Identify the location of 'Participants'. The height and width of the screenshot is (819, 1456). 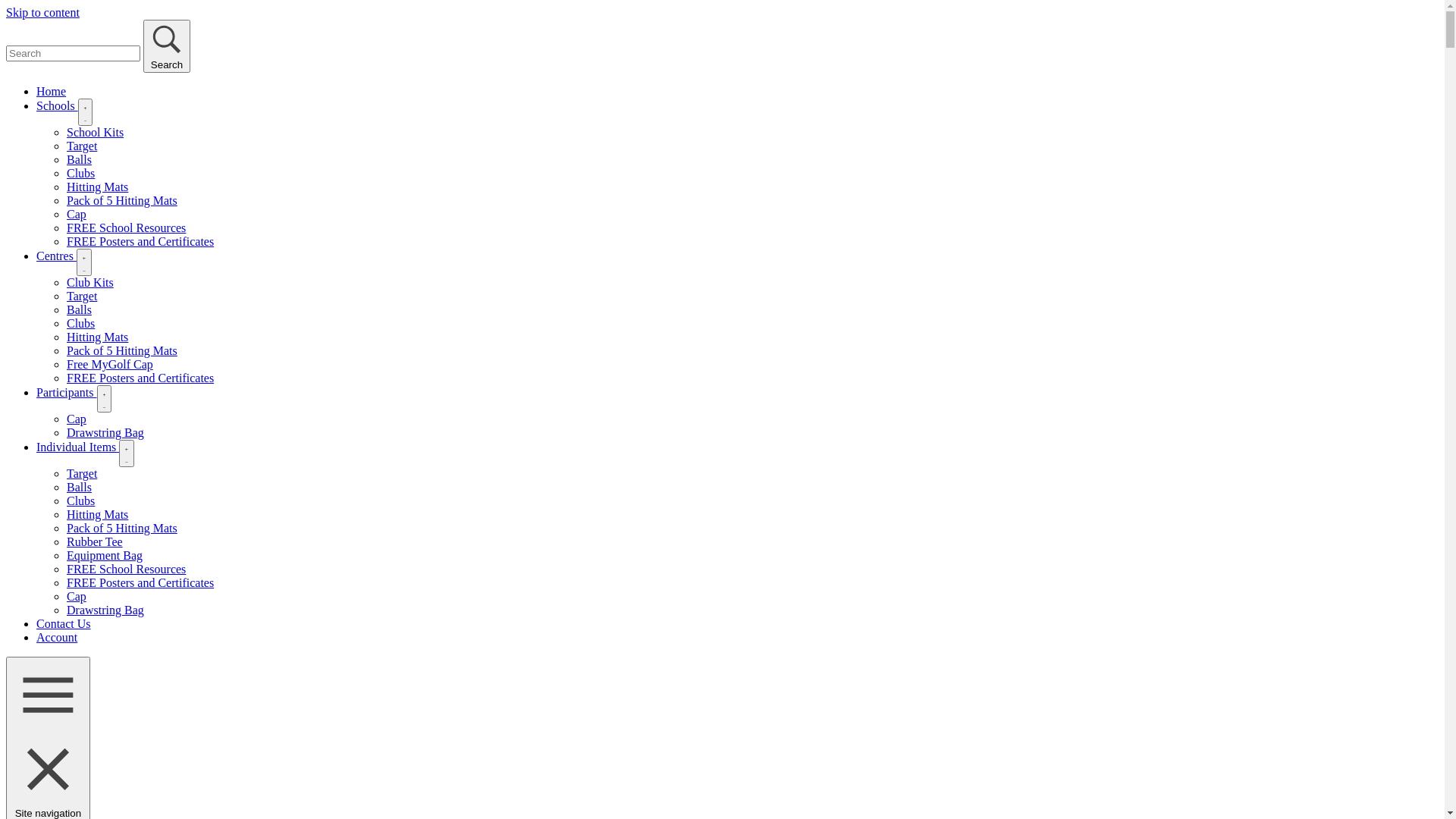
(65, 391).